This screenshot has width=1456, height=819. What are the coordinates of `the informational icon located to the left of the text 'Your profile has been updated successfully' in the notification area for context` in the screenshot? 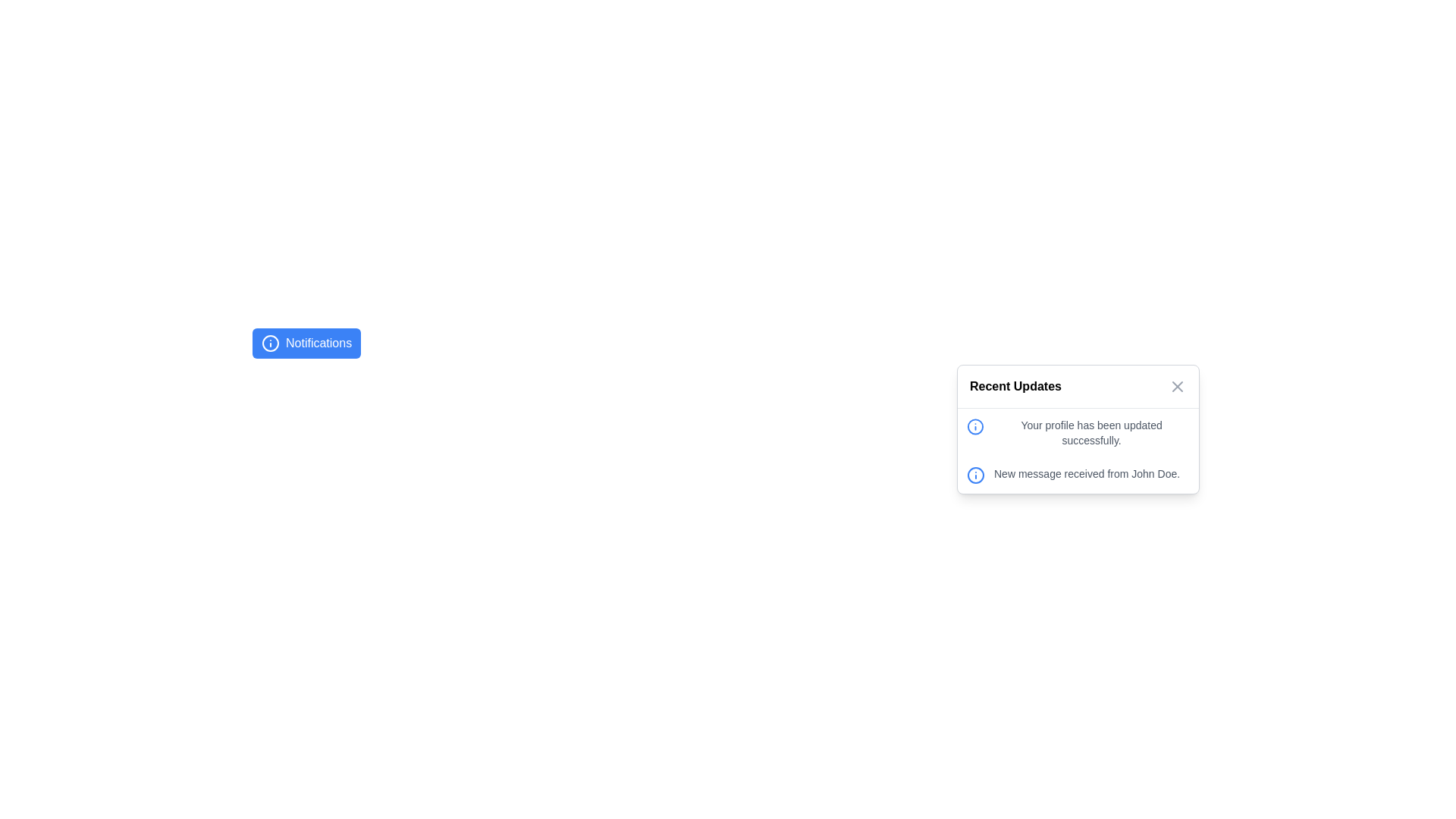 It's located at (975, 427).